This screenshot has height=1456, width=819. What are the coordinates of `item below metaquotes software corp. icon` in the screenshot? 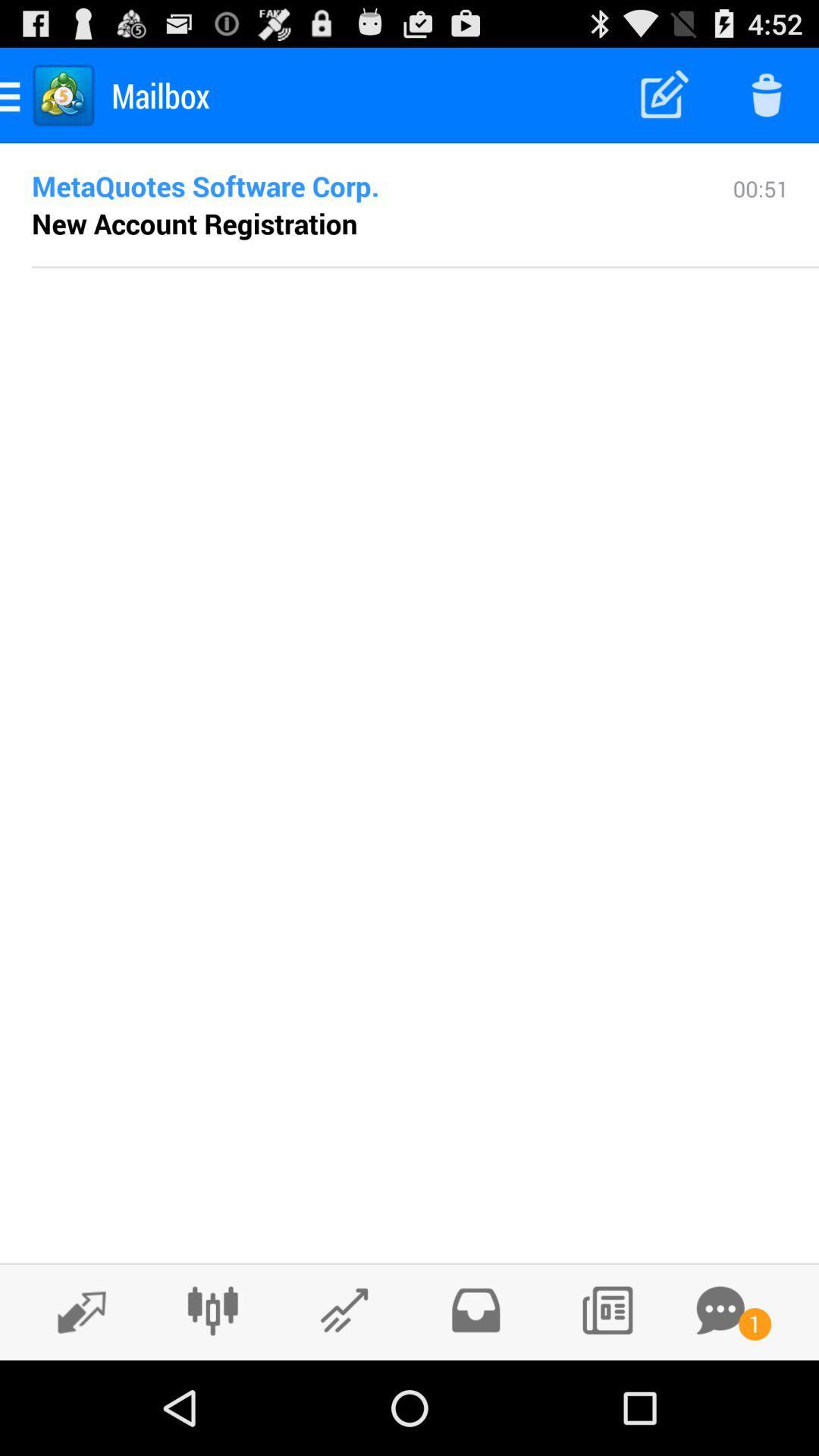 It's located at (193, 222).